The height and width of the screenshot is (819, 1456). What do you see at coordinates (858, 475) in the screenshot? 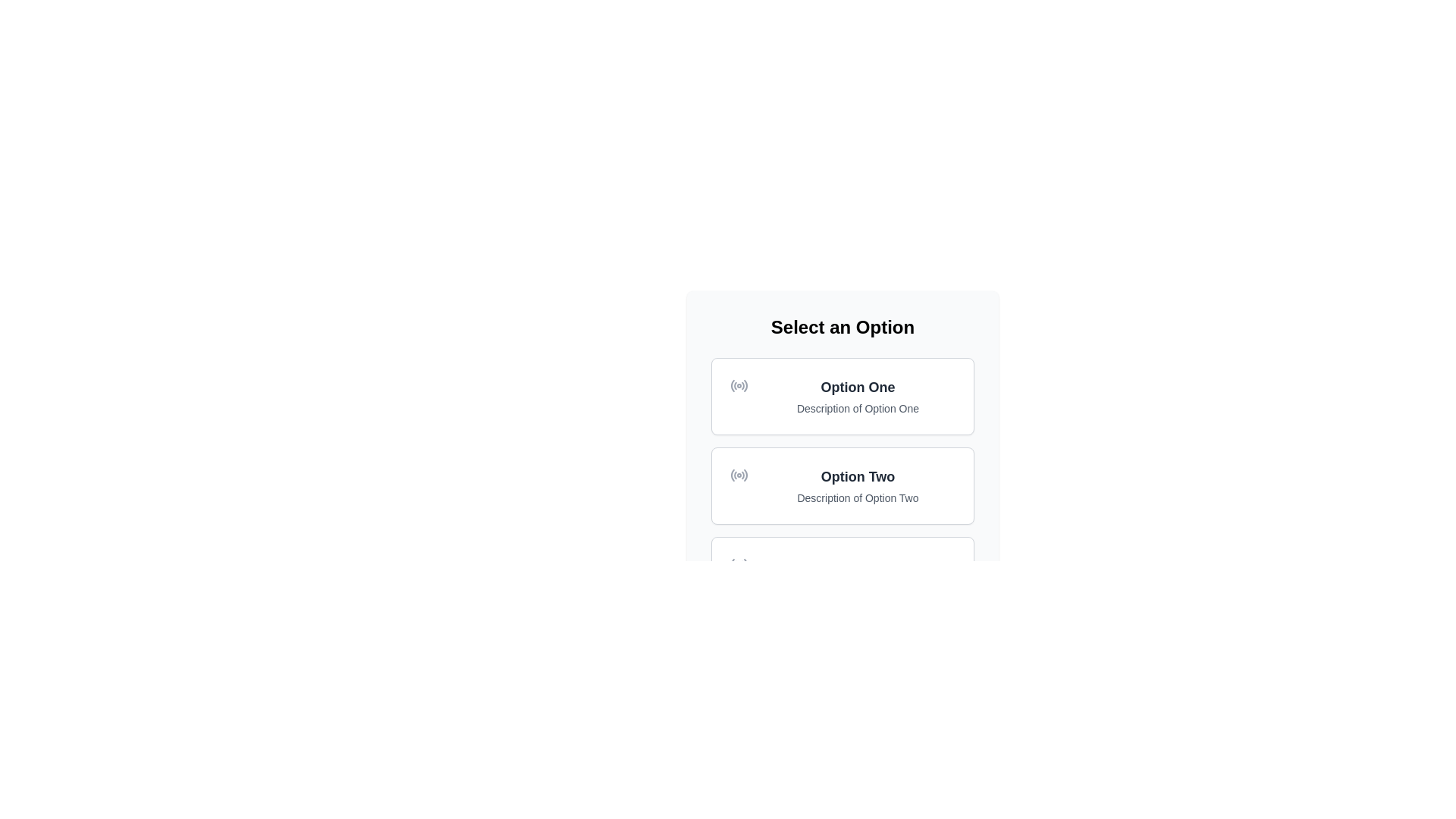
I see `bold text label 'Option Two' which is centrally located in the second selection card of the interface` at bounding box center [858, 475].